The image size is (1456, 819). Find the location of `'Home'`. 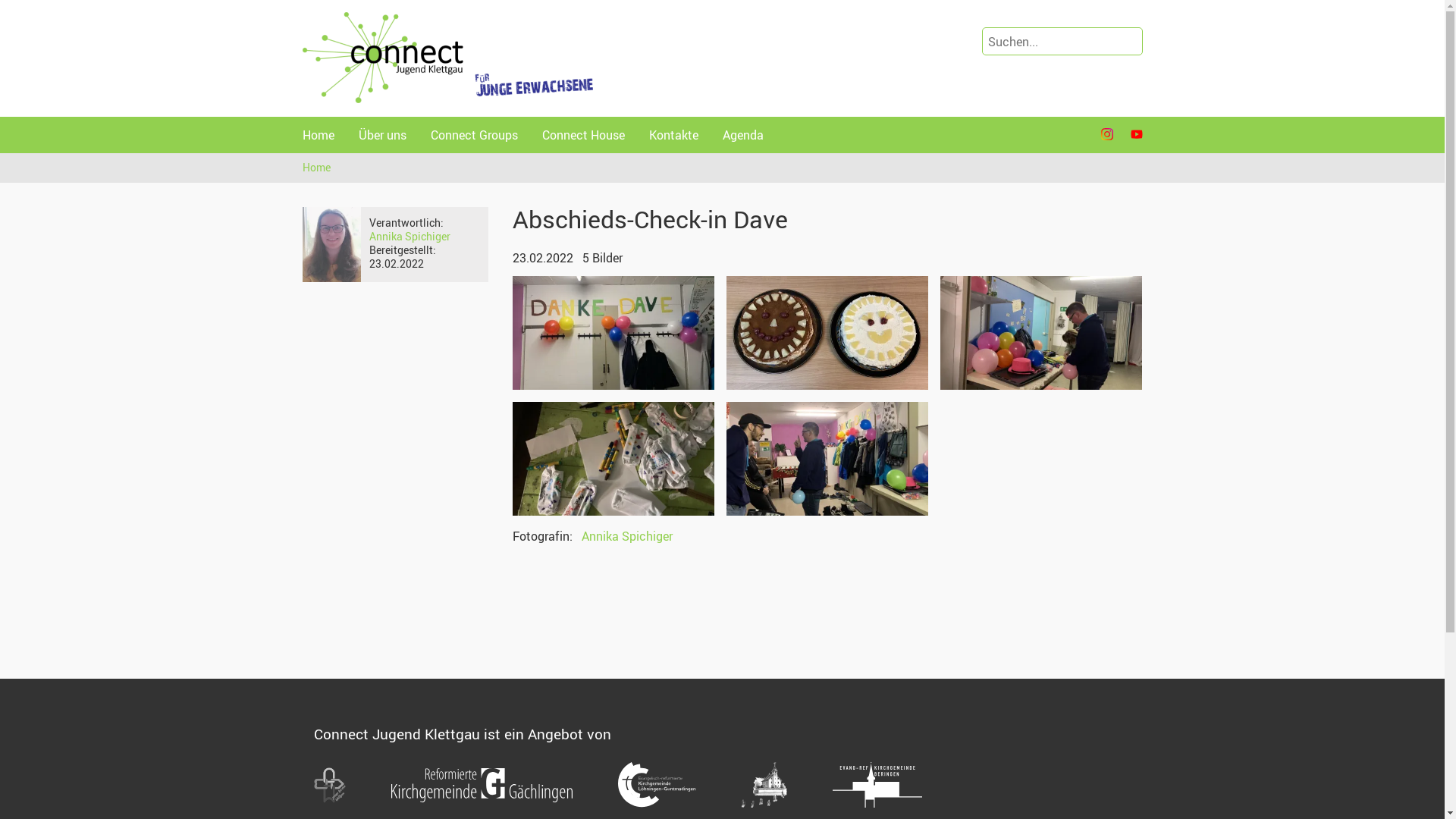

'Home' is located at coordinates (316, 133).